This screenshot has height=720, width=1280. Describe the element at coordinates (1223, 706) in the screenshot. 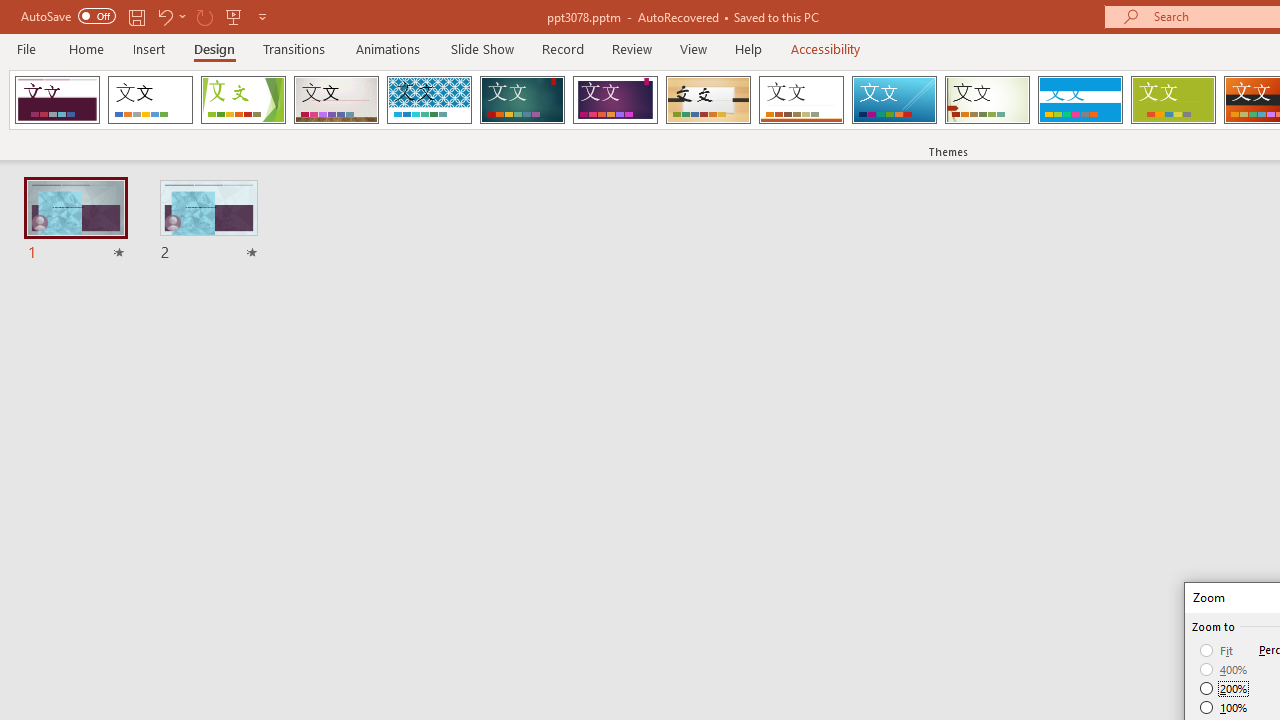

I see `'100%'` at that location.